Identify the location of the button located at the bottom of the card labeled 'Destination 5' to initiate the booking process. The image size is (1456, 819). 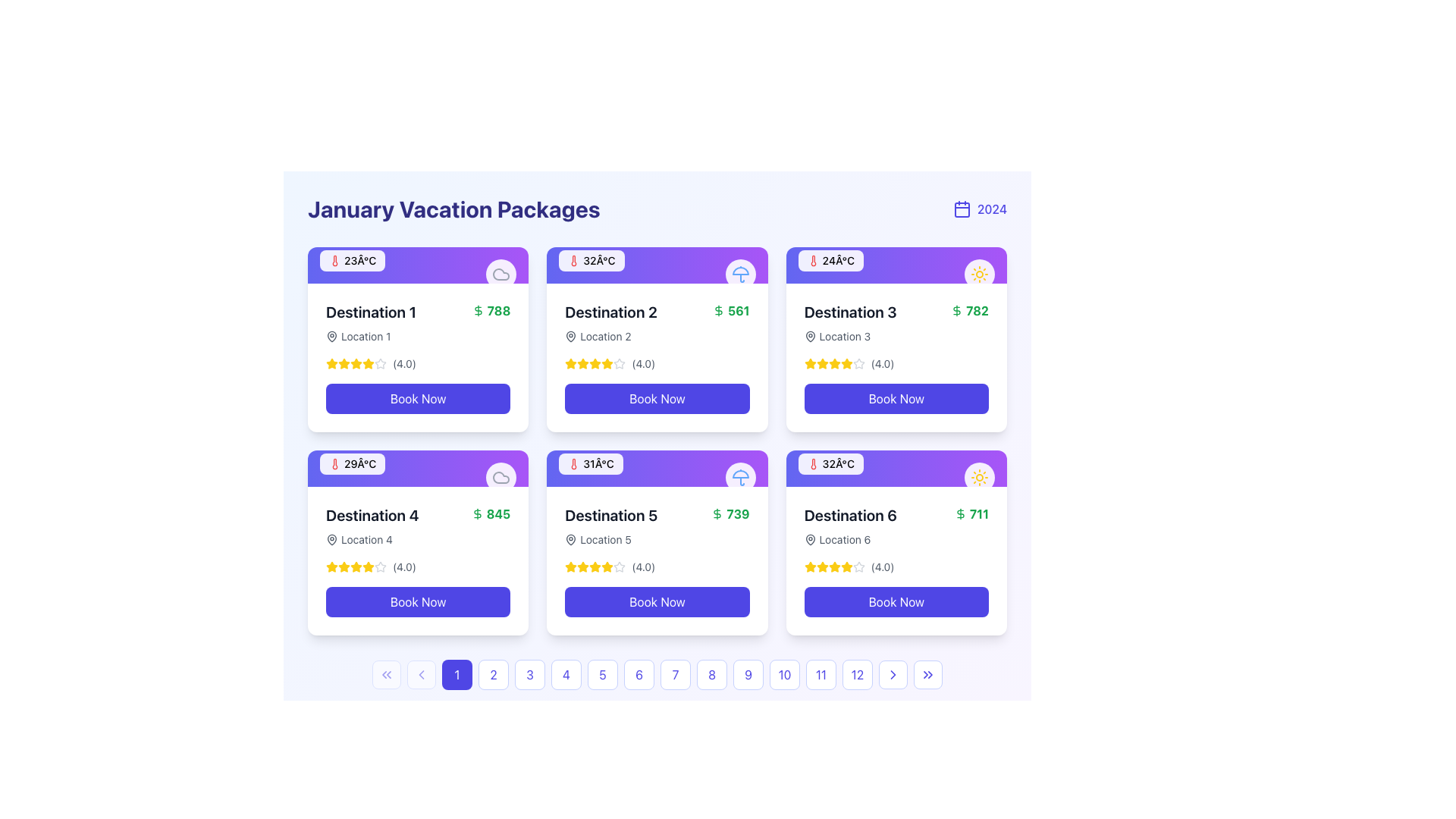
(657, 601).